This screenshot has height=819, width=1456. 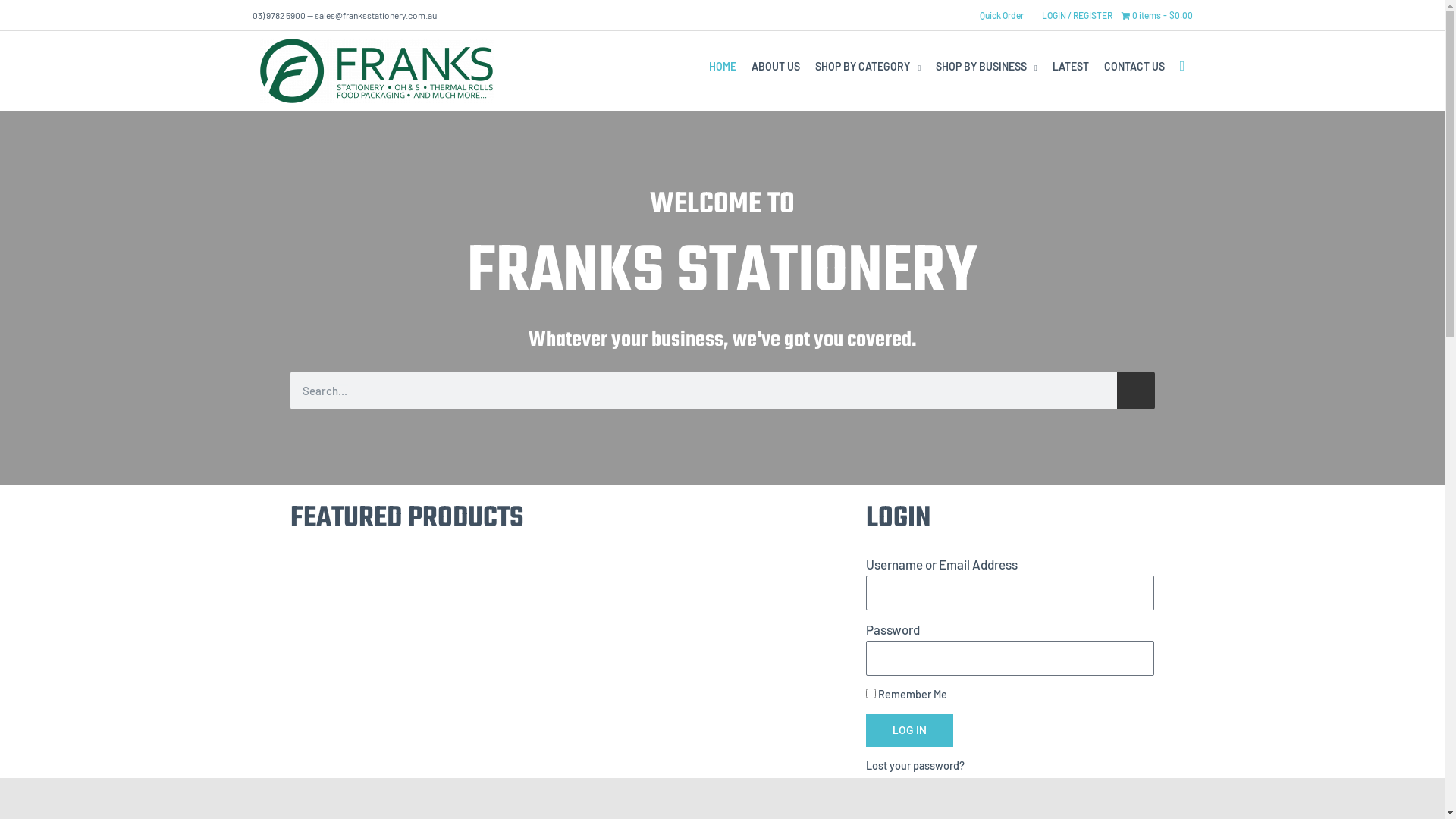 What do you see at coordinates (986, 66) in the screenshot?
I see `'SHOP BY BUSINESS'` at bounding box center [986, 66].